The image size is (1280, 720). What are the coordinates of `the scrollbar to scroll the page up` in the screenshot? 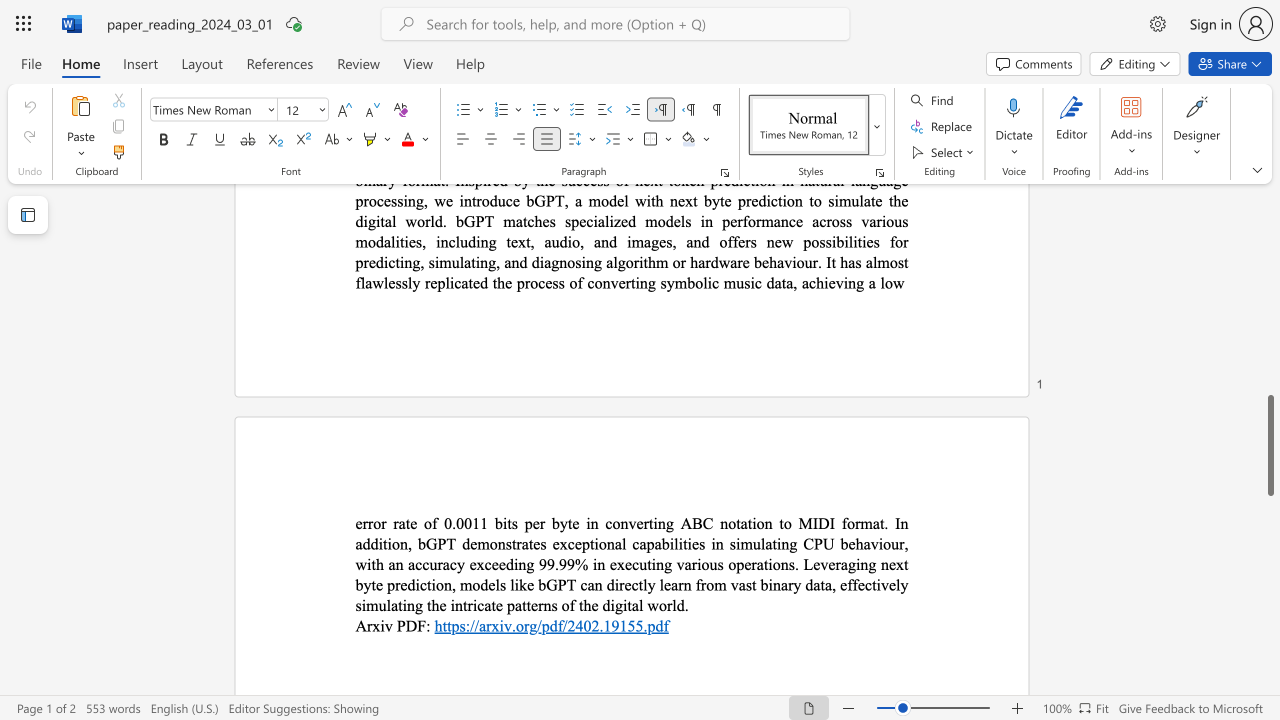 It's located at (1269, 238).